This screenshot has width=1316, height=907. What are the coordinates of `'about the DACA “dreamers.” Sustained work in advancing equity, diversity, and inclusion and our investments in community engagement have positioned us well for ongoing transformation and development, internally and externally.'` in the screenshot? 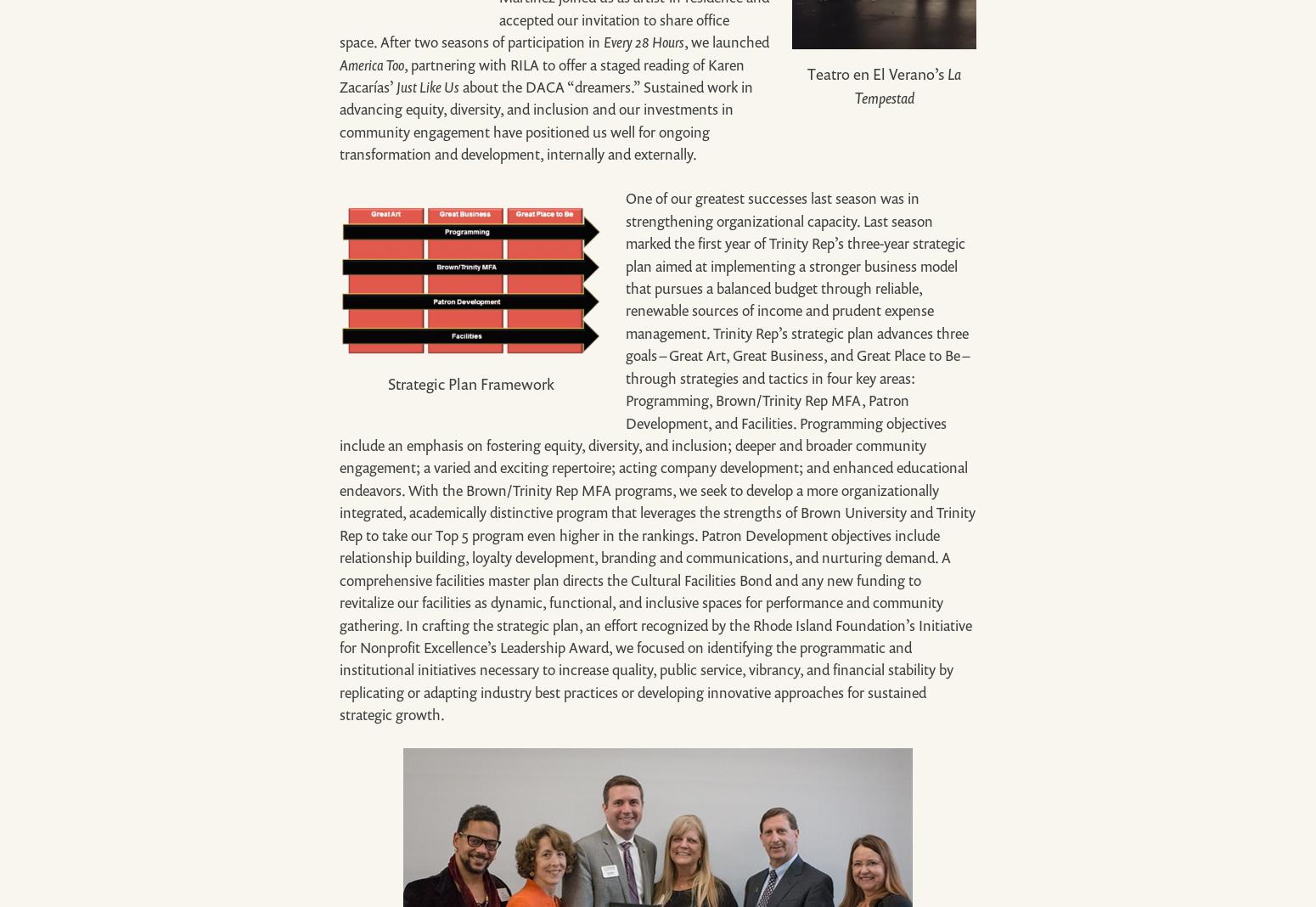 It's located at (545, 120).